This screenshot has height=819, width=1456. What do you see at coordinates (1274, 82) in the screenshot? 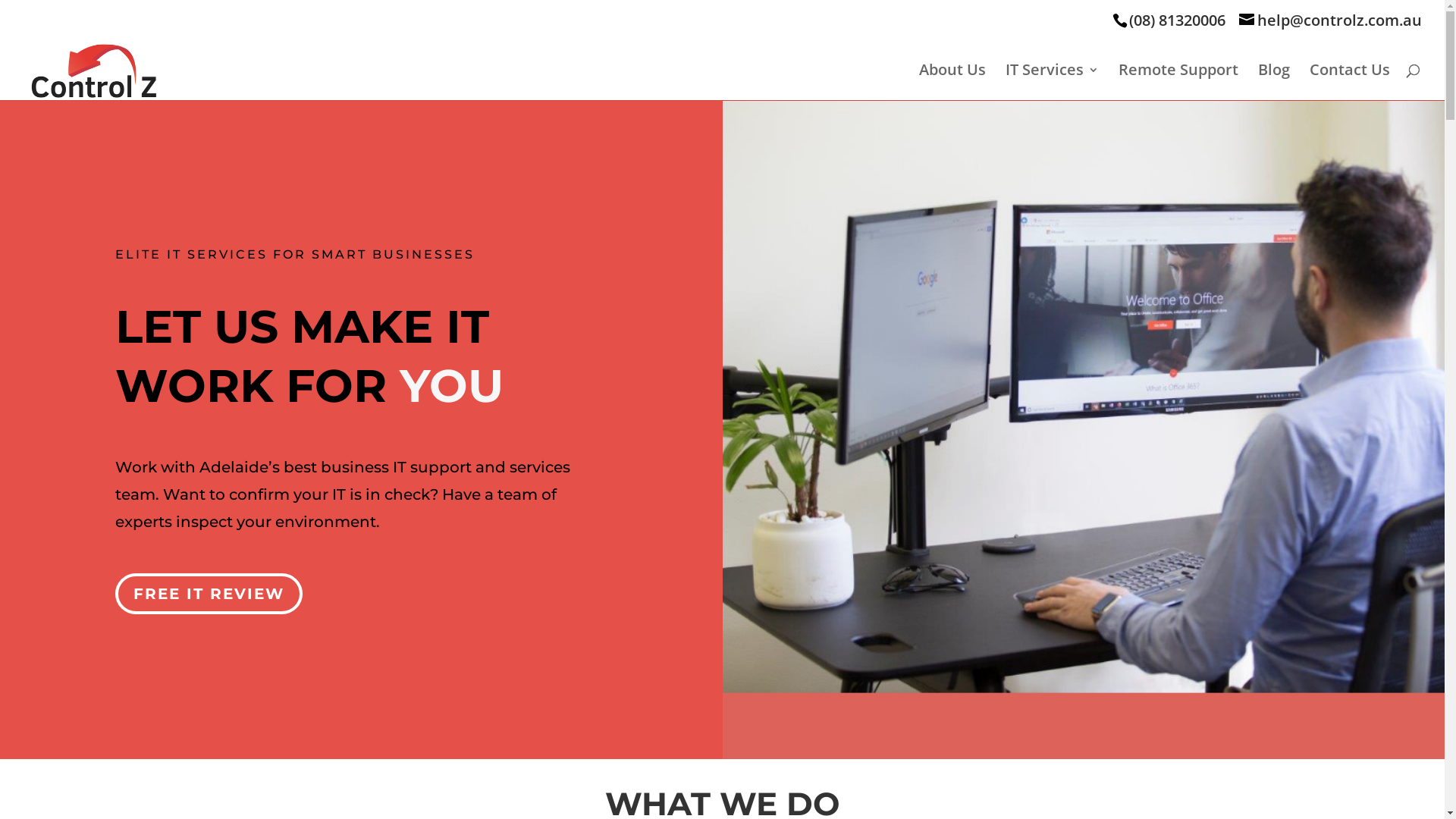
I see `'Blog'` at bounding box center [1274, 82].